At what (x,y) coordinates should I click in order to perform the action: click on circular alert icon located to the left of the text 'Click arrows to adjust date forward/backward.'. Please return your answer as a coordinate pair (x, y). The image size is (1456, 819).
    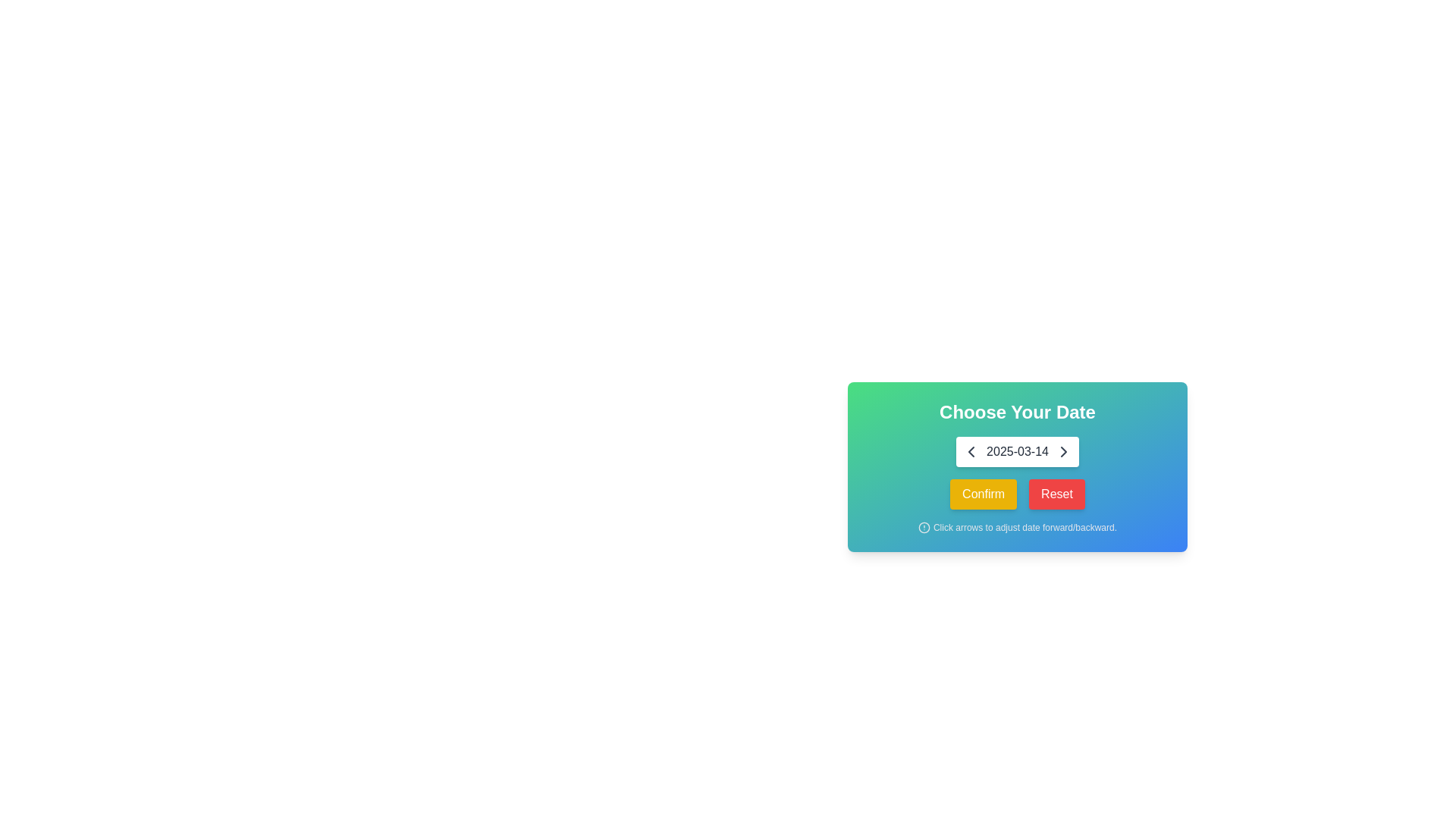
    Looking at the image, I should click on (924, 526).